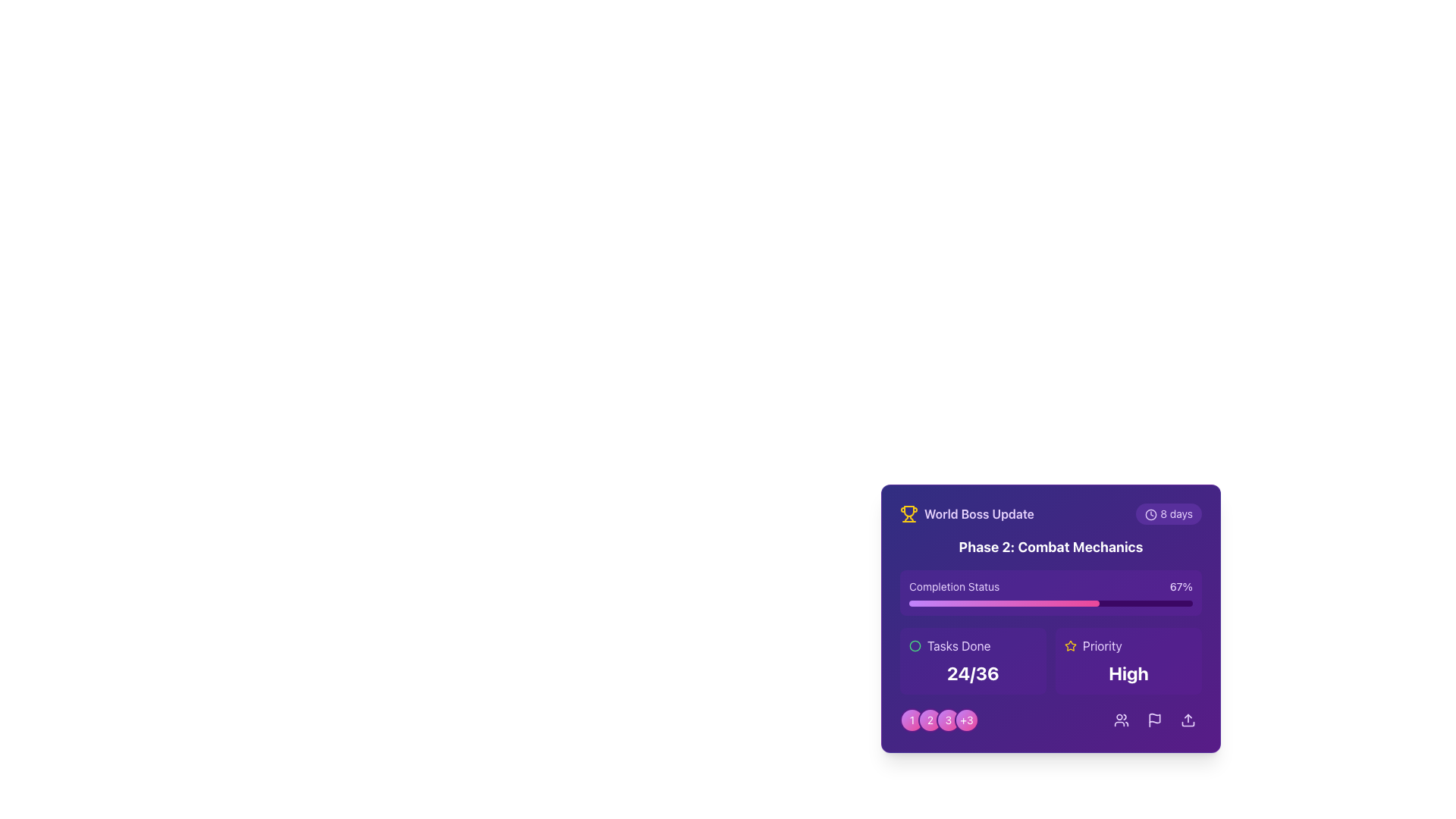  Describe the element at coordinates (1050, 602) in the screenshot. I see `the horizontal progress bar with a purple background and a gradient fill, indicating a filled percentage of 67%, located centrally within the card below 'Completion Status 67%'` at that location.